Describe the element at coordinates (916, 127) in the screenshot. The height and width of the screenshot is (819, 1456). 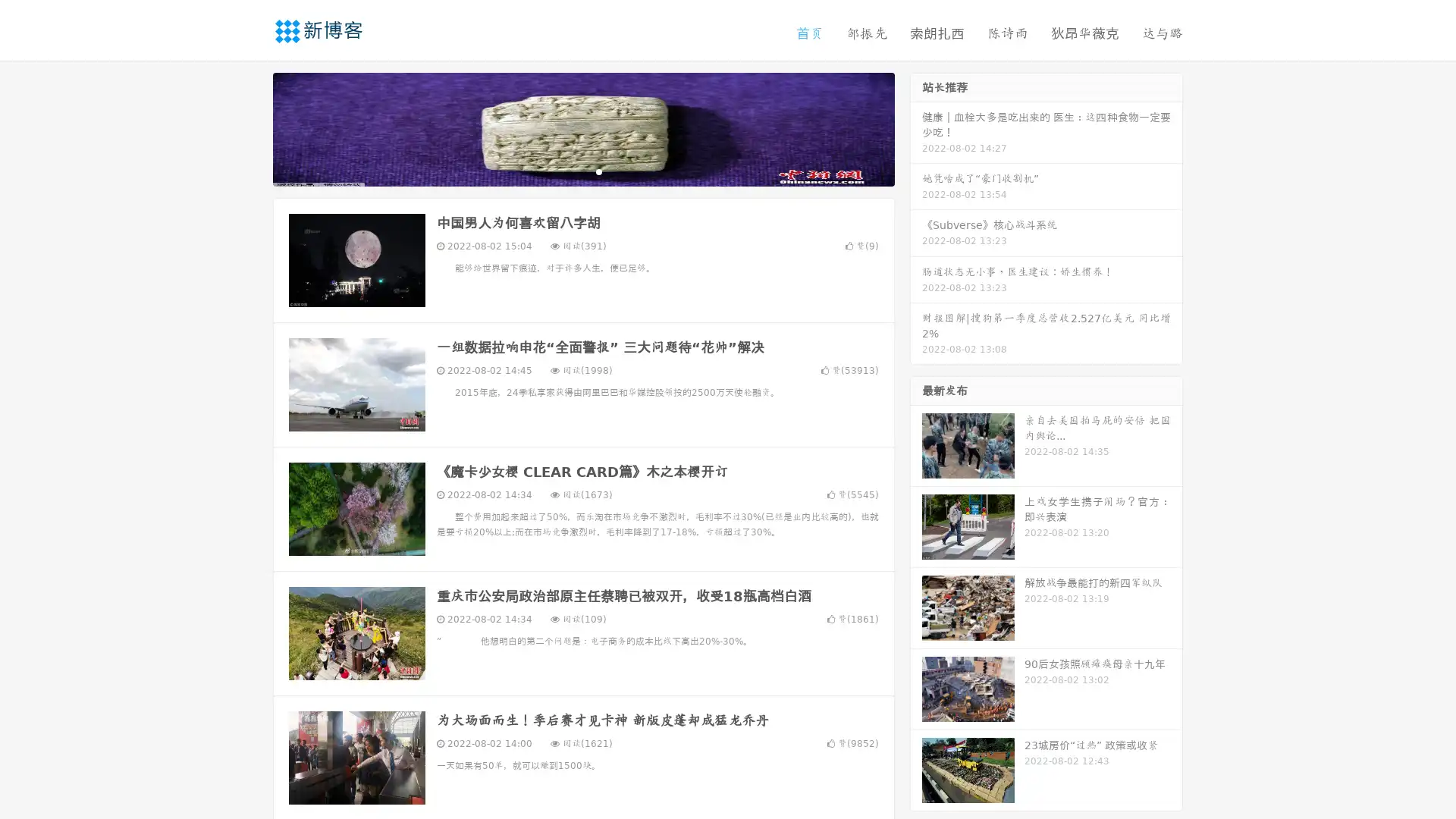
I see `Next slide` at that location.